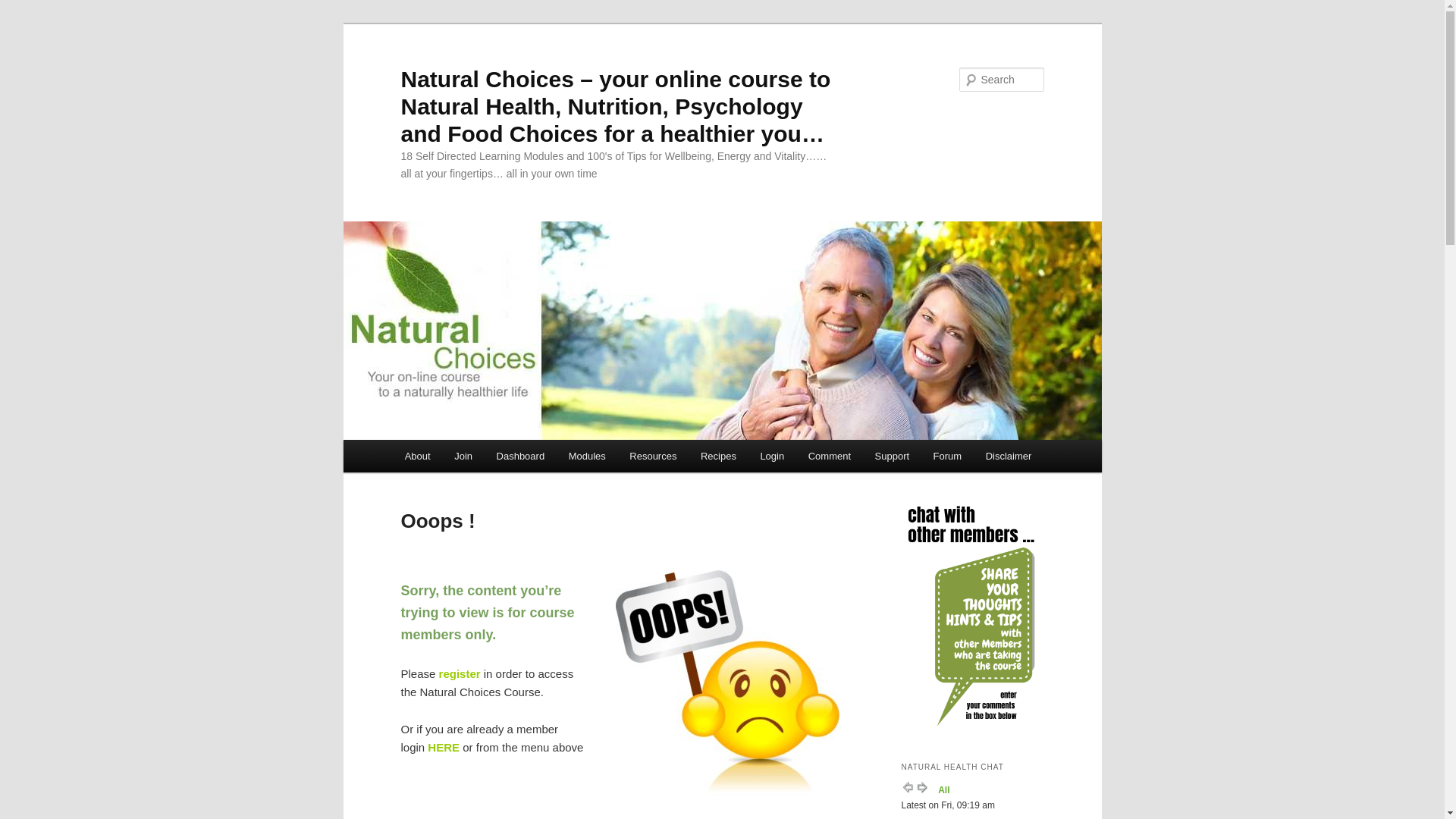 The width and height of the screenshot is (1456, 819). What do you see at coordinates (520, 455) in the screenshot?
I see `'Dashboard'` at bounding box center [520, 455].